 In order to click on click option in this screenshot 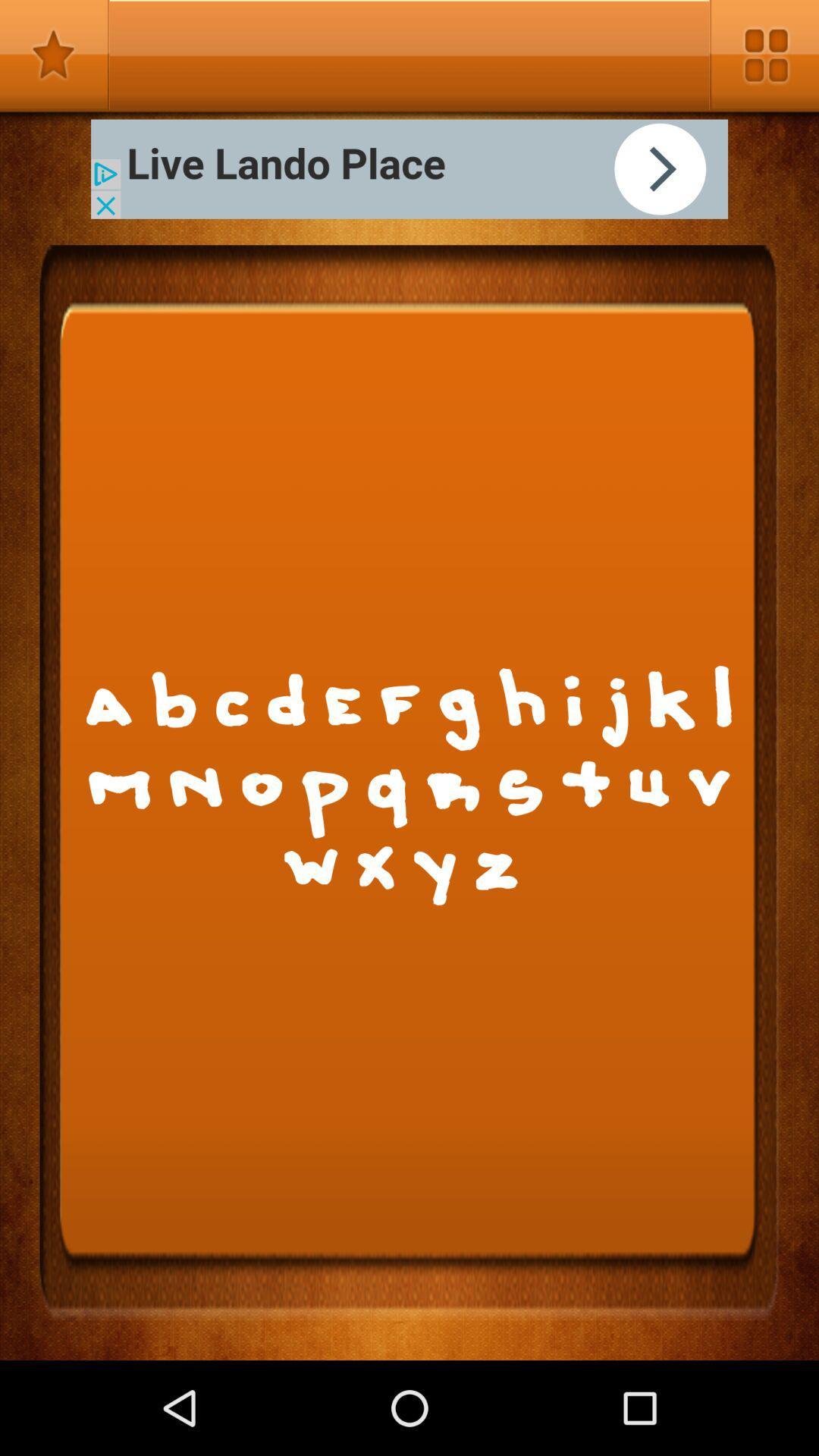, I will do `click(409, 169)`.